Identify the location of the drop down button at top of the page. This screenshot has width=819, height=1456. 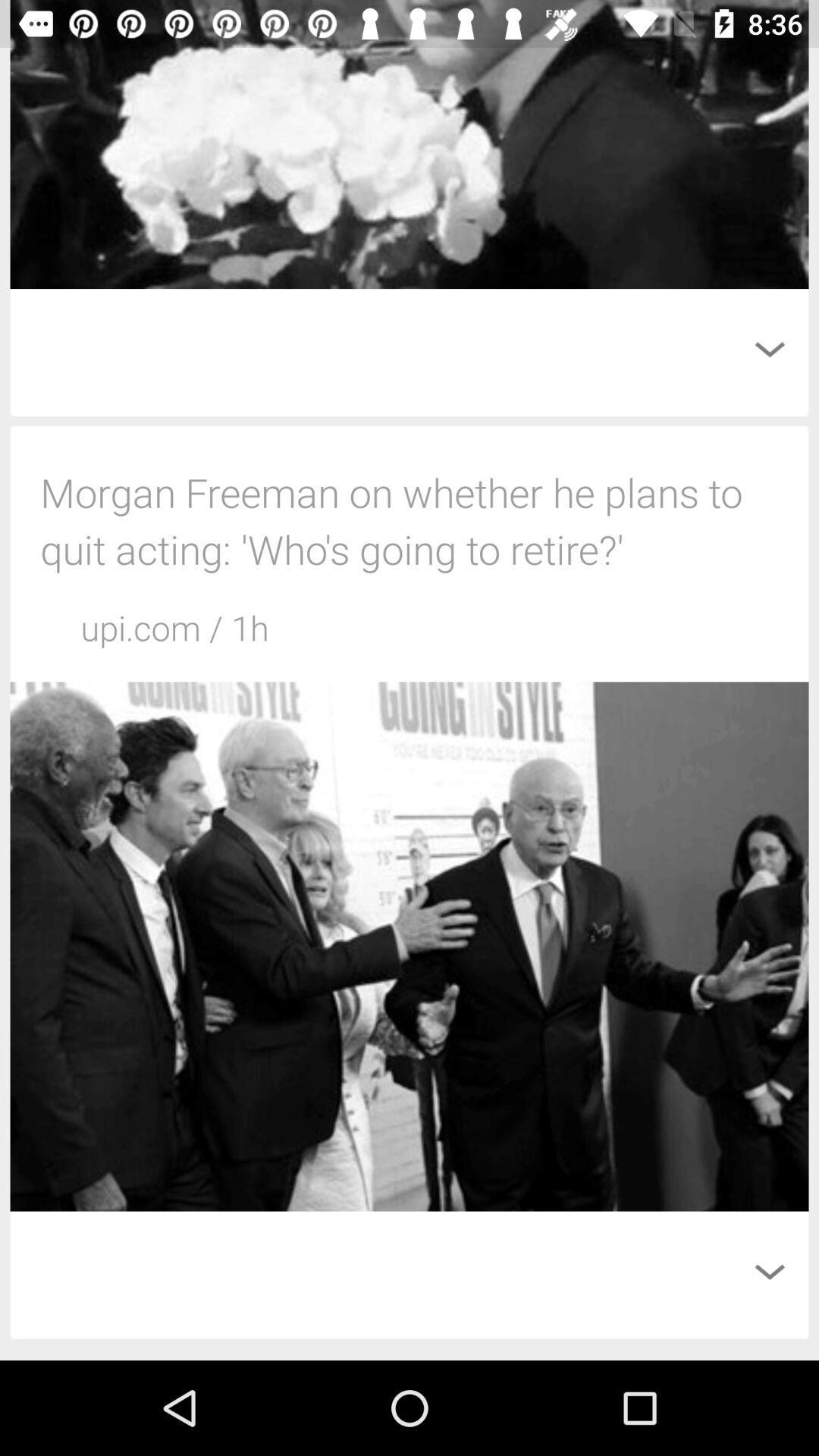
(769, 347).